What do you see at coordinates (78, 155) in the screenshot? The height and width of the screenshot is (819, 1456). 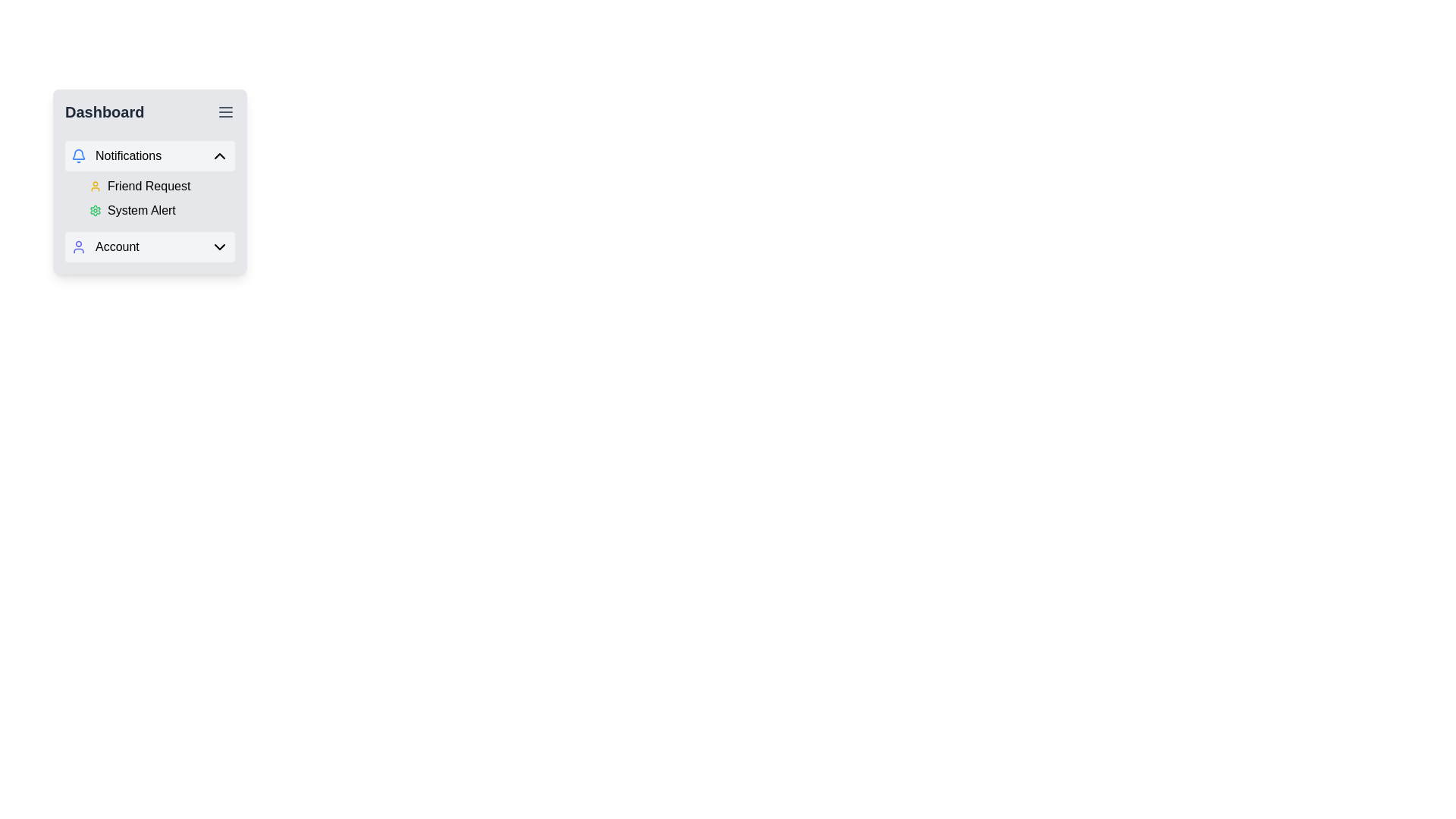 I see `the bell icon located on the left side of the 'Notifications' label, which is vertically centered within the menu item` at bounding box center [78, 155].